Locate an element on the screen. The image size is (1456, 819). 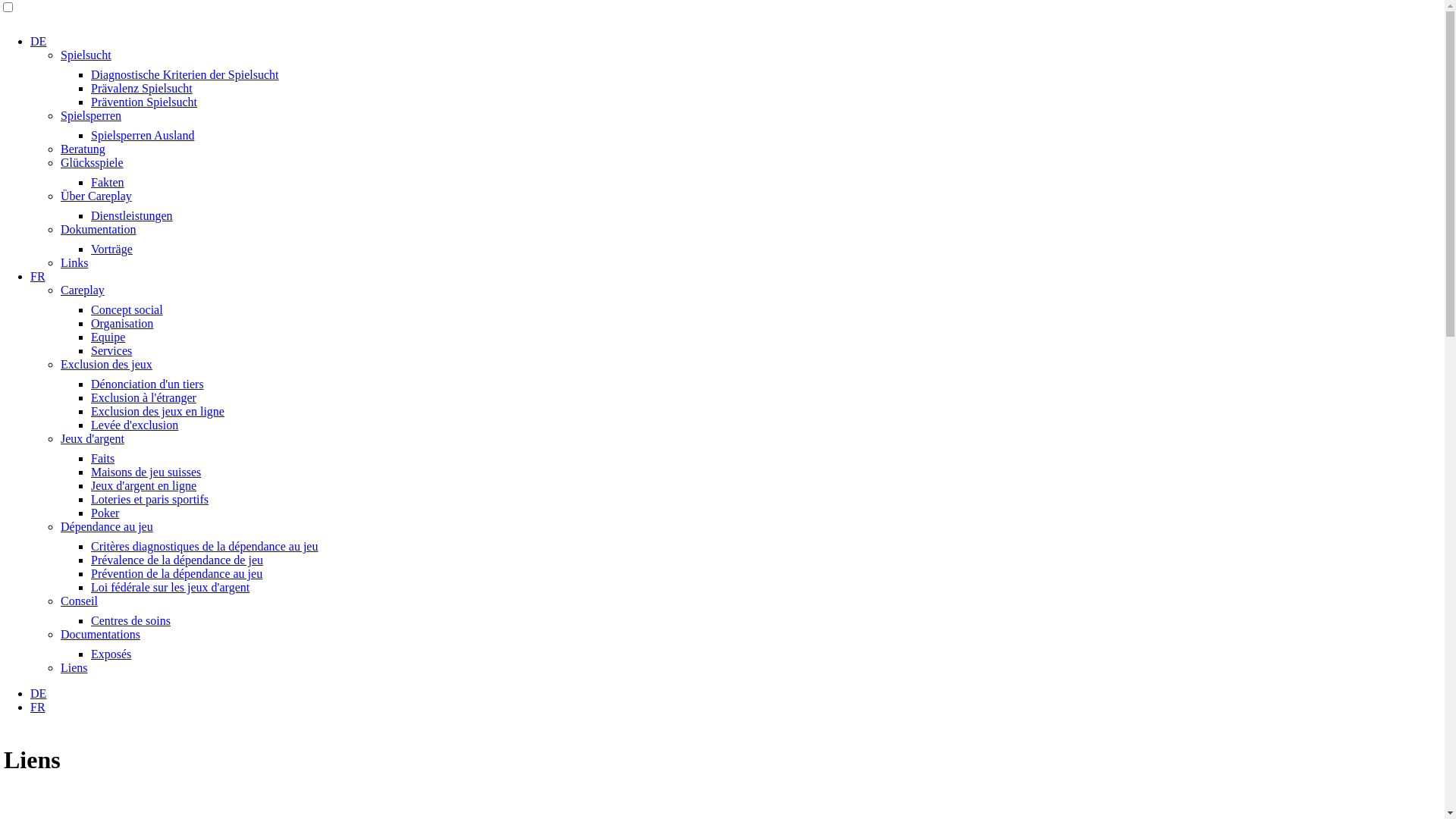
'Spielsperren' is located at coordinates (90, 115).